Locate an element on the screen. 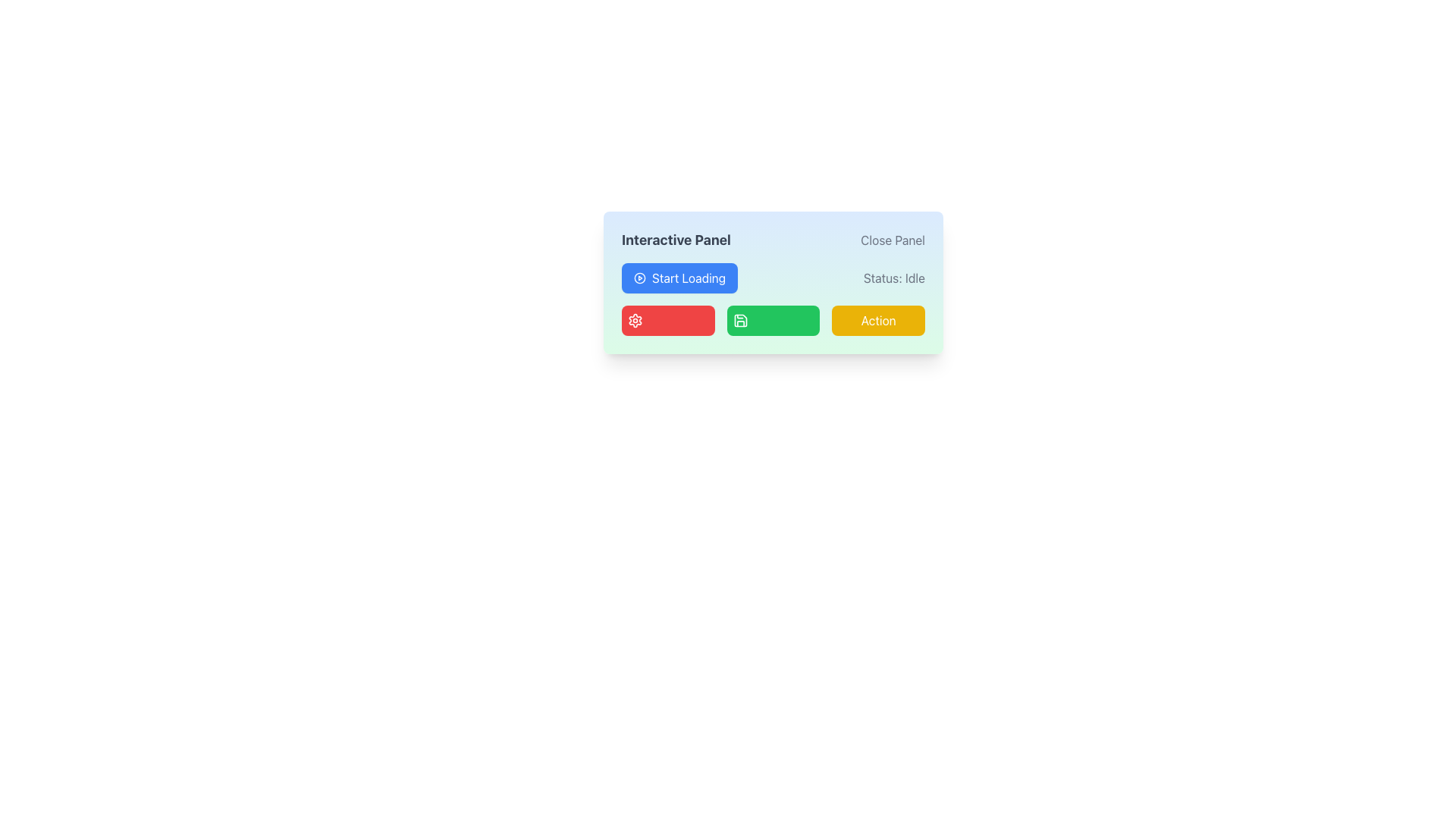 The width and height of the screenshot is (1456, 819). the interactive button labeled 'Action', which is the third button in a row of three, positioned at the far right adjacent to a green button is located at coordinates (878, 320).